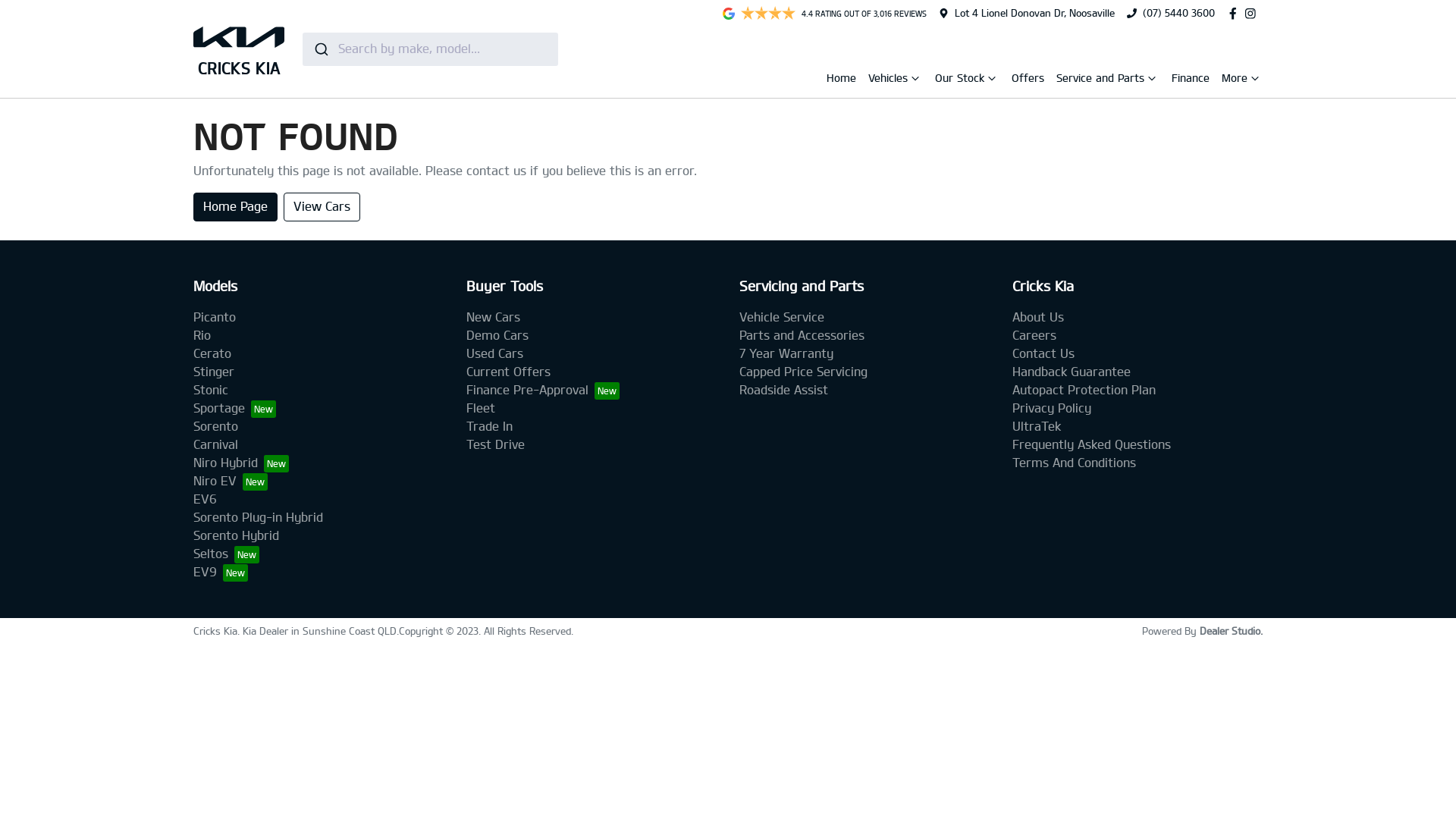 This screenshot has height=819, width=1456. I want to click on 'Cerato', so click(211, 353).